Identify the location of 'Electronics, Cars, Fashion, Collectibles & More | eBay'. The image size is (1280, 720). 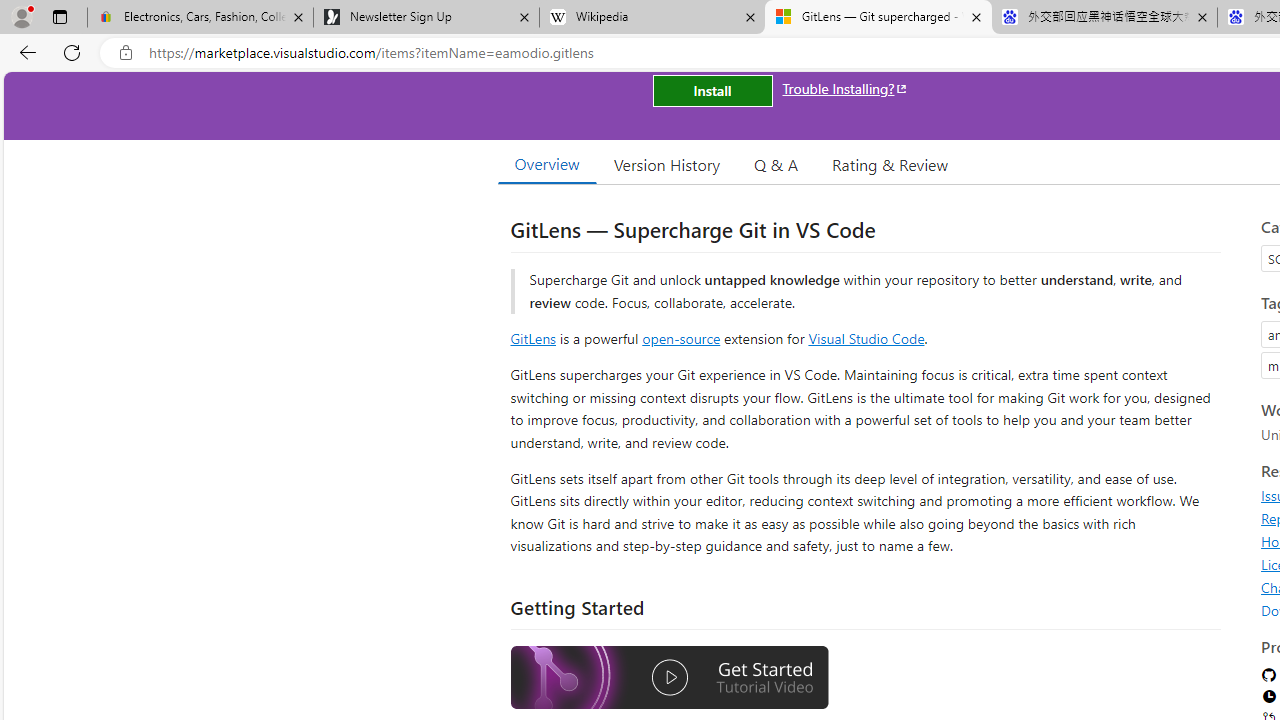
(200, 17).